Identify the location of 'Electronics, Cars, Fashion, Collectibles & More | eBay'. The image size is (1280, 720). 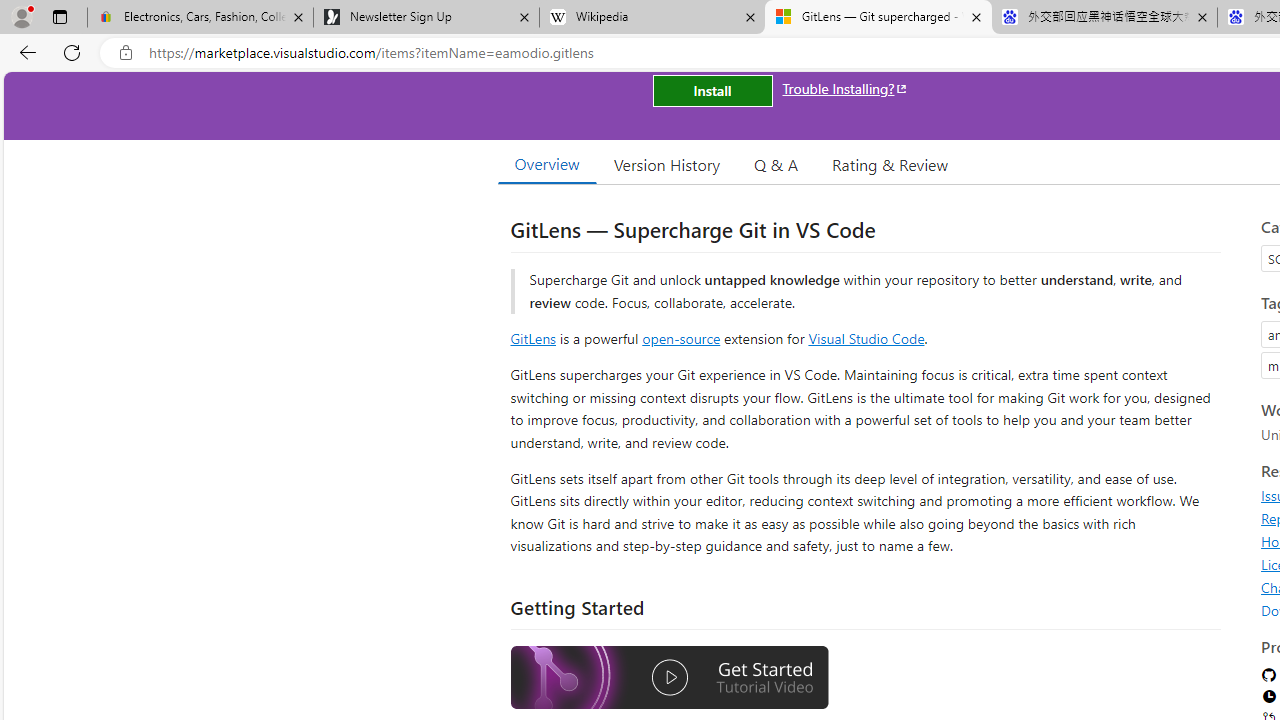
(200, 17).